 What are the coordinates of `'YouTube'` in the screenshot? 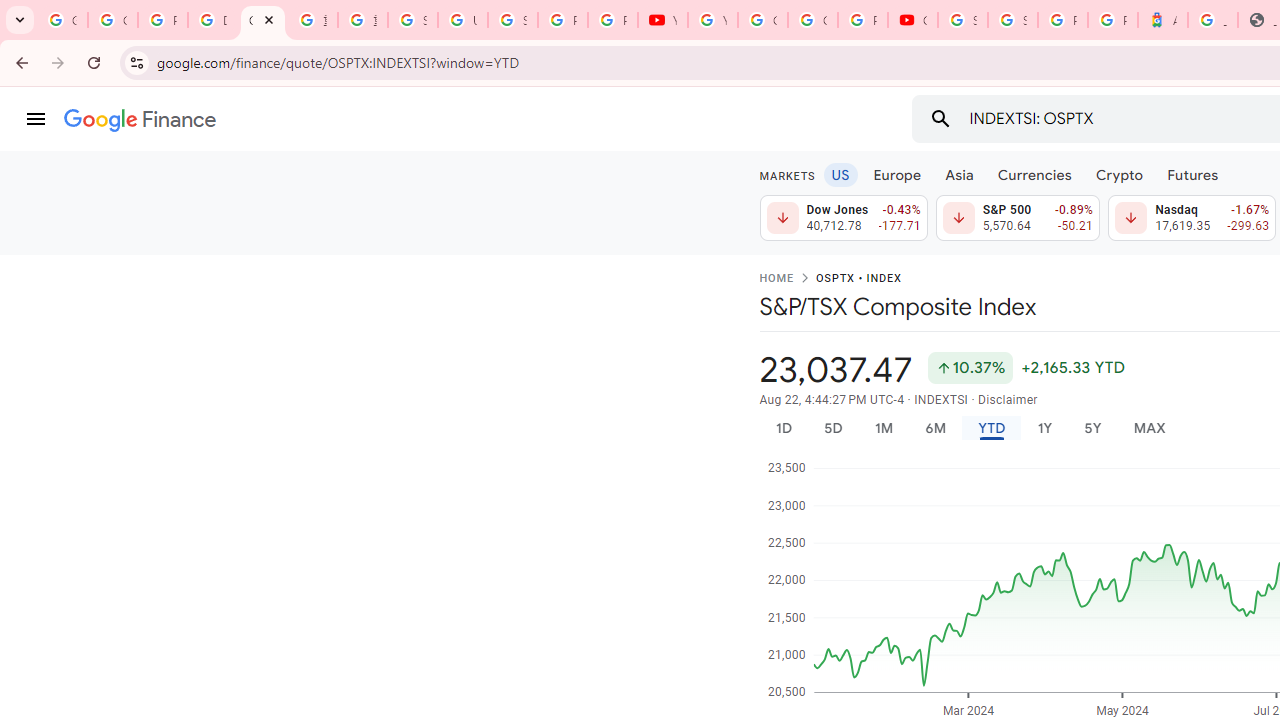 It's located at (712, 20).